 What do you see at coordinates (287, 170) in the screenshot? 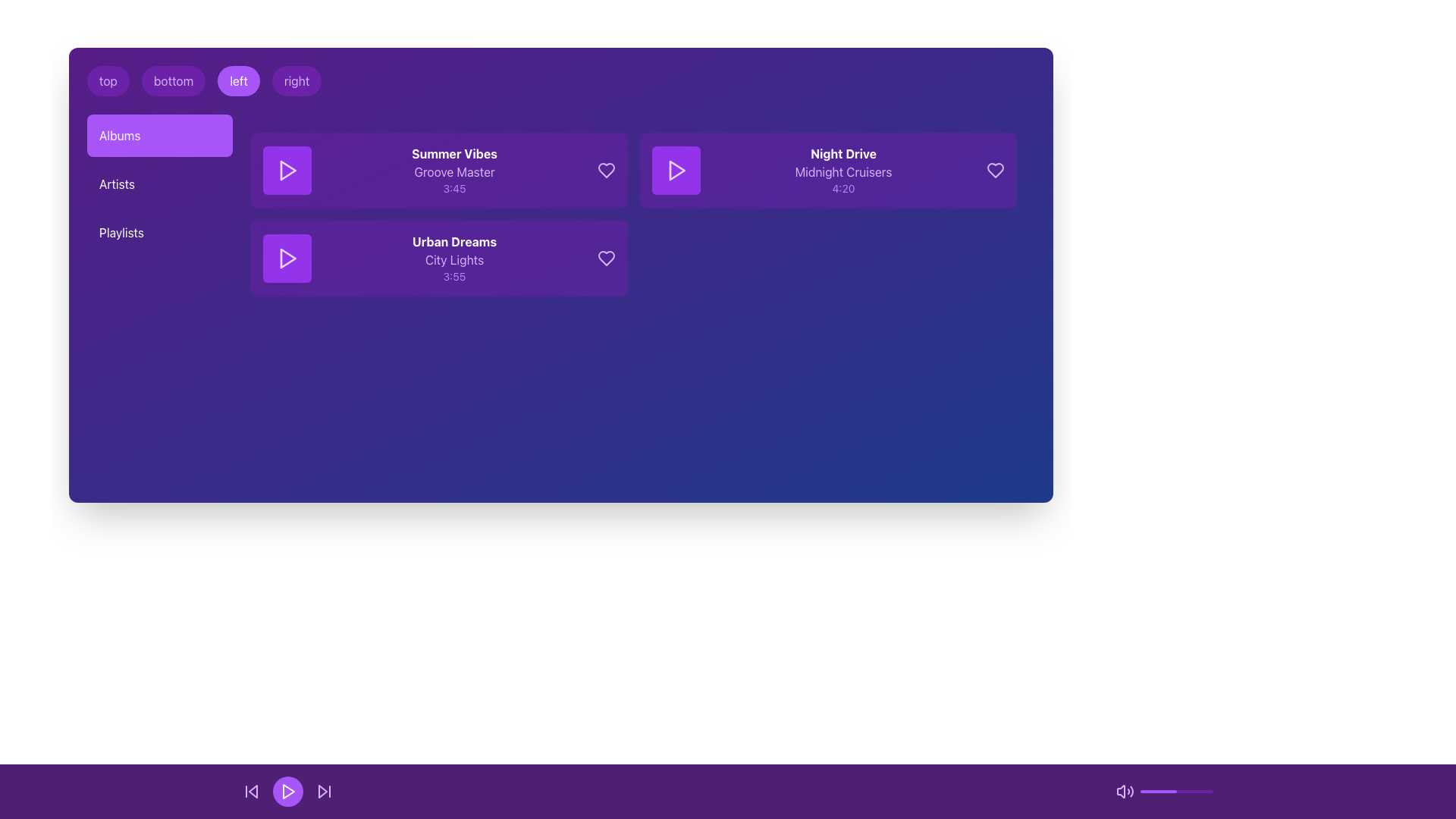
I see `the triangular play icon outlined with light purple color located within the square purple button` at bounding box center [287, 170].